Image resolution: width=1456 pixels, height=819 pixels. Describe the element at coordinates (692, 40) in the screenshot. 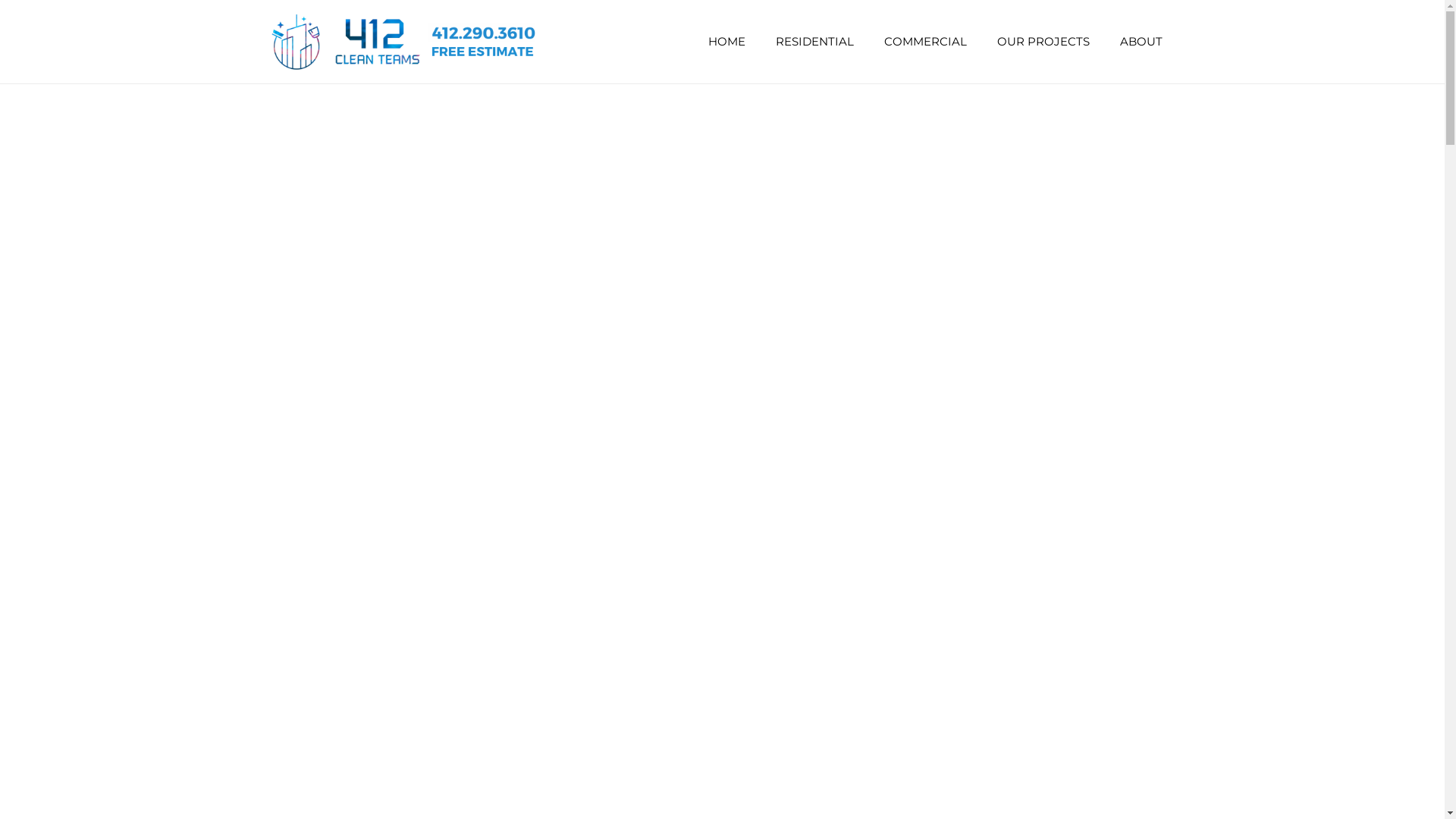

I see `'HOME'` at that location.